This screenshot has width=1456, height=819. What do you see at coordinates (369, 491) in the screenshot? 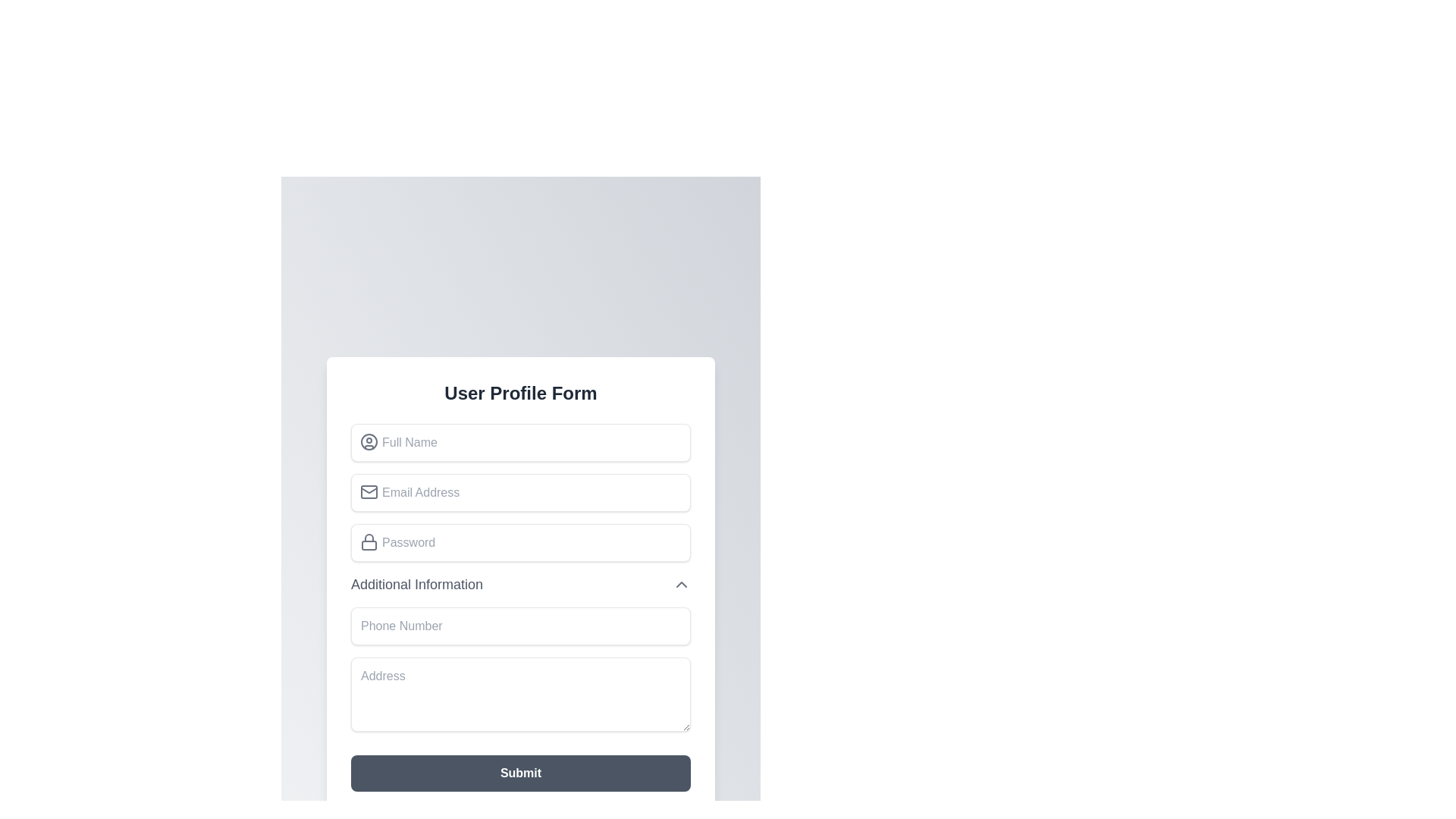
I see `the 'Email Address' input field by focusing on the envelope icon located at the top-left corner inside the input box` at bounding box center [369, 491].